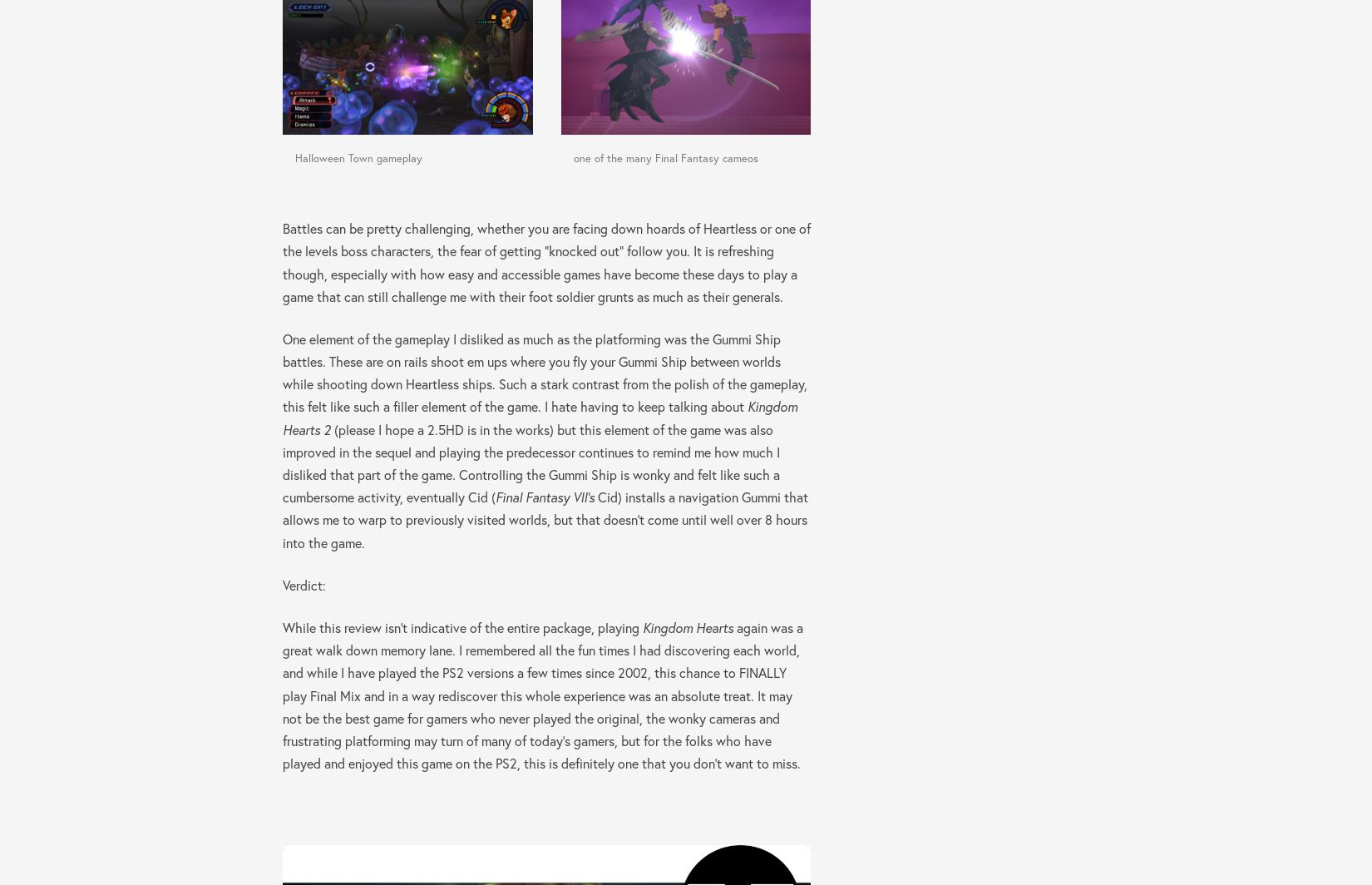  What do you see at coordinates (539, 417) in the screenshot?
I see `'Kingdom Hearts 2'` at bounding box center [539, 417].